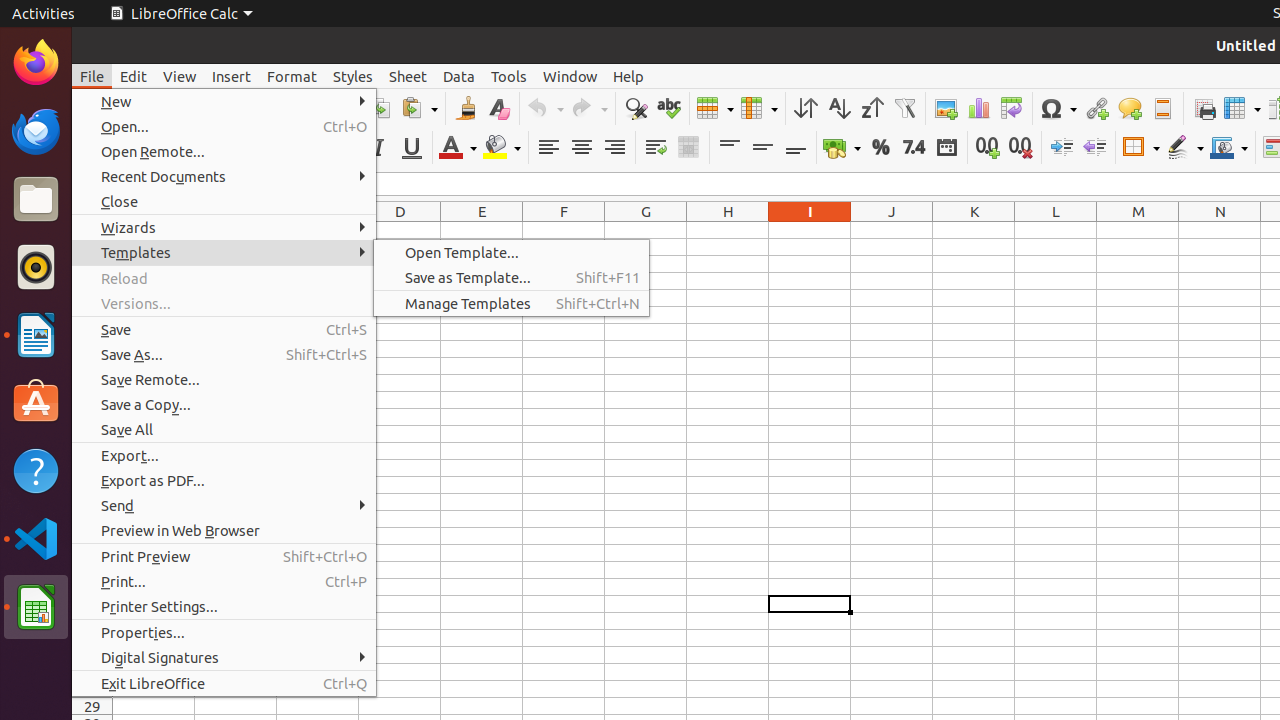 This screenshot has width=1280, height=720. Describe the element at coordinates (1020, 146) in the screenshot. I see `'Delete Decimal Place'` at that location.